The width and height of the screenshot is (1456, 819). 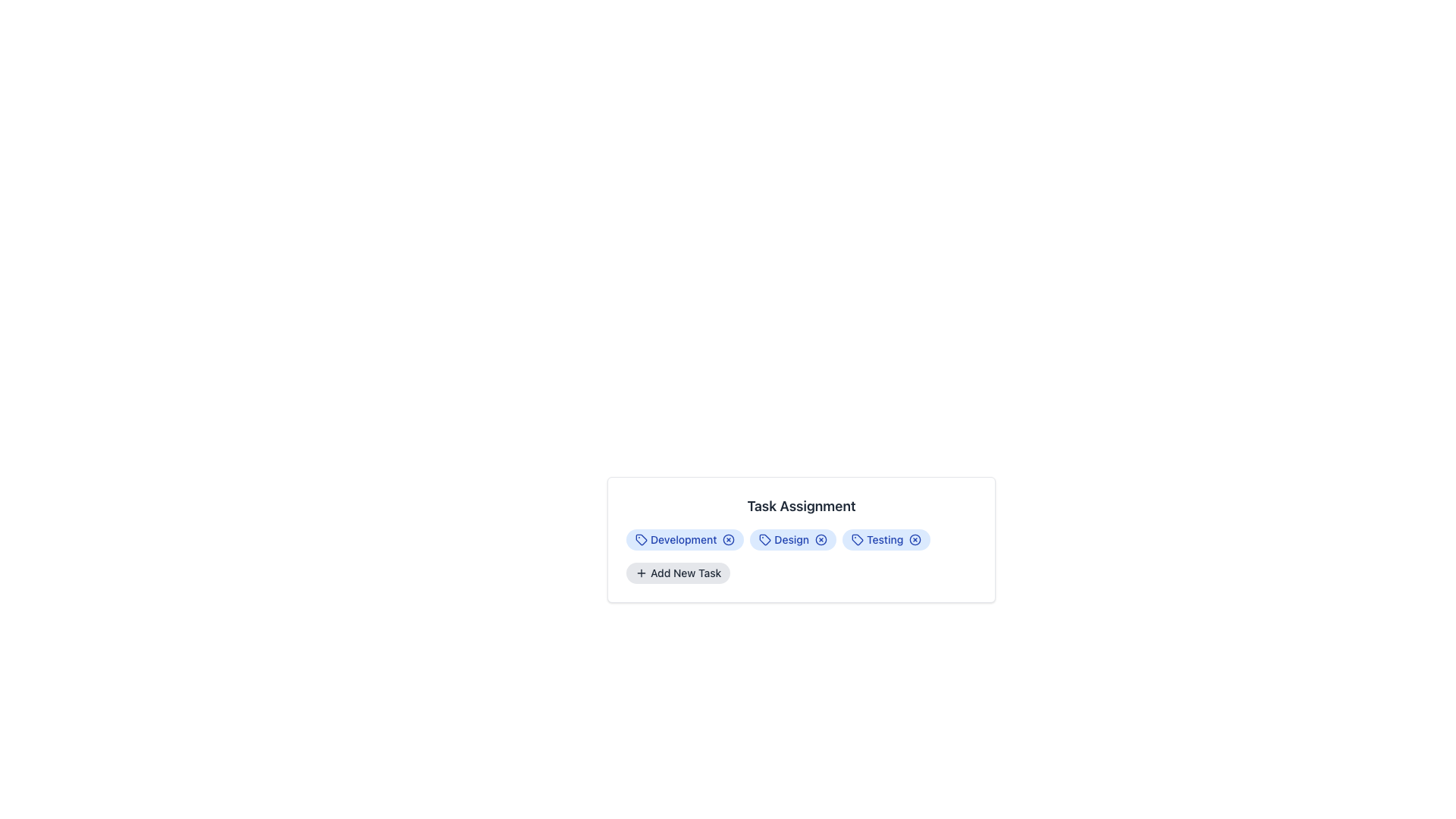 What do you see at coordinates (641, 573) in the screenshot?
I see `visually on the 'plus' icon element` at bounding box center [641, 573].